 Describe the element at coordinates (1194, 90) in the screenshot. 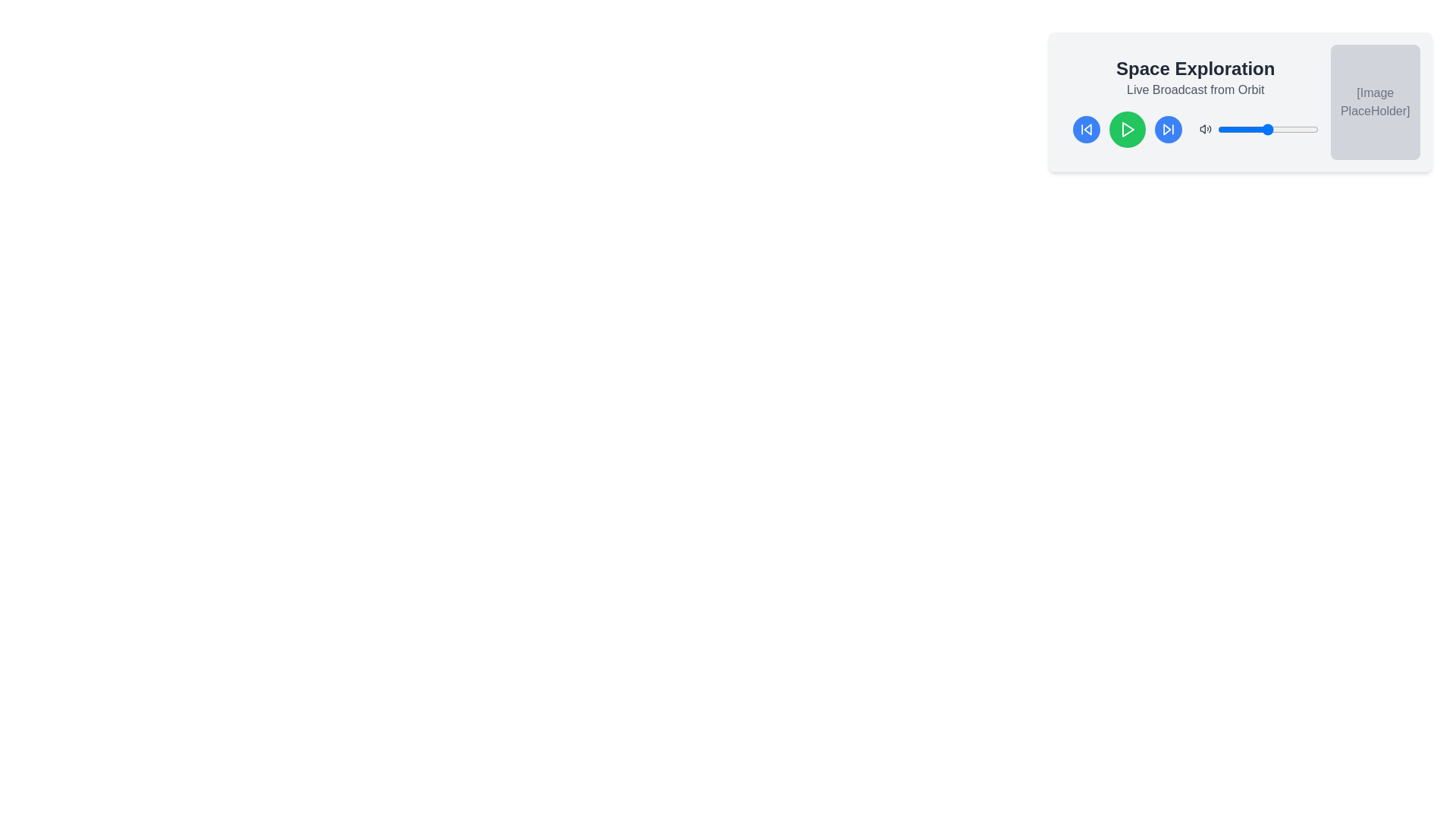

I see `the subtitle text element providing additional context about 'Space Exploration', positioned directly below the heading` at that location.